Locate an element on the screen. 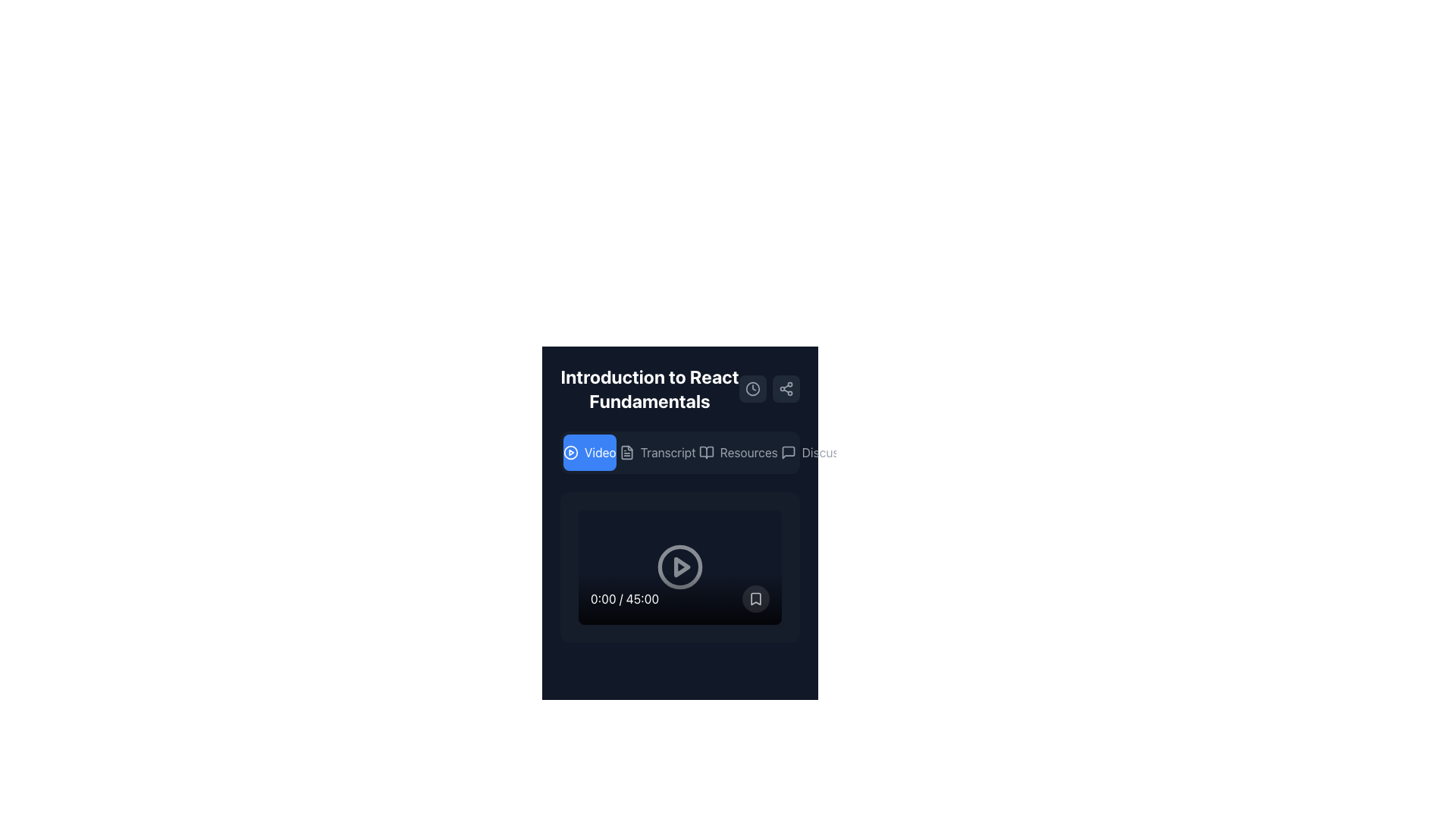 This screenshot has width=1456, height=819. the first icon in the 'Resources' group, located to the left of the 'Resources' text and the 'Discuss' icon is located at coordinates (705, 452).